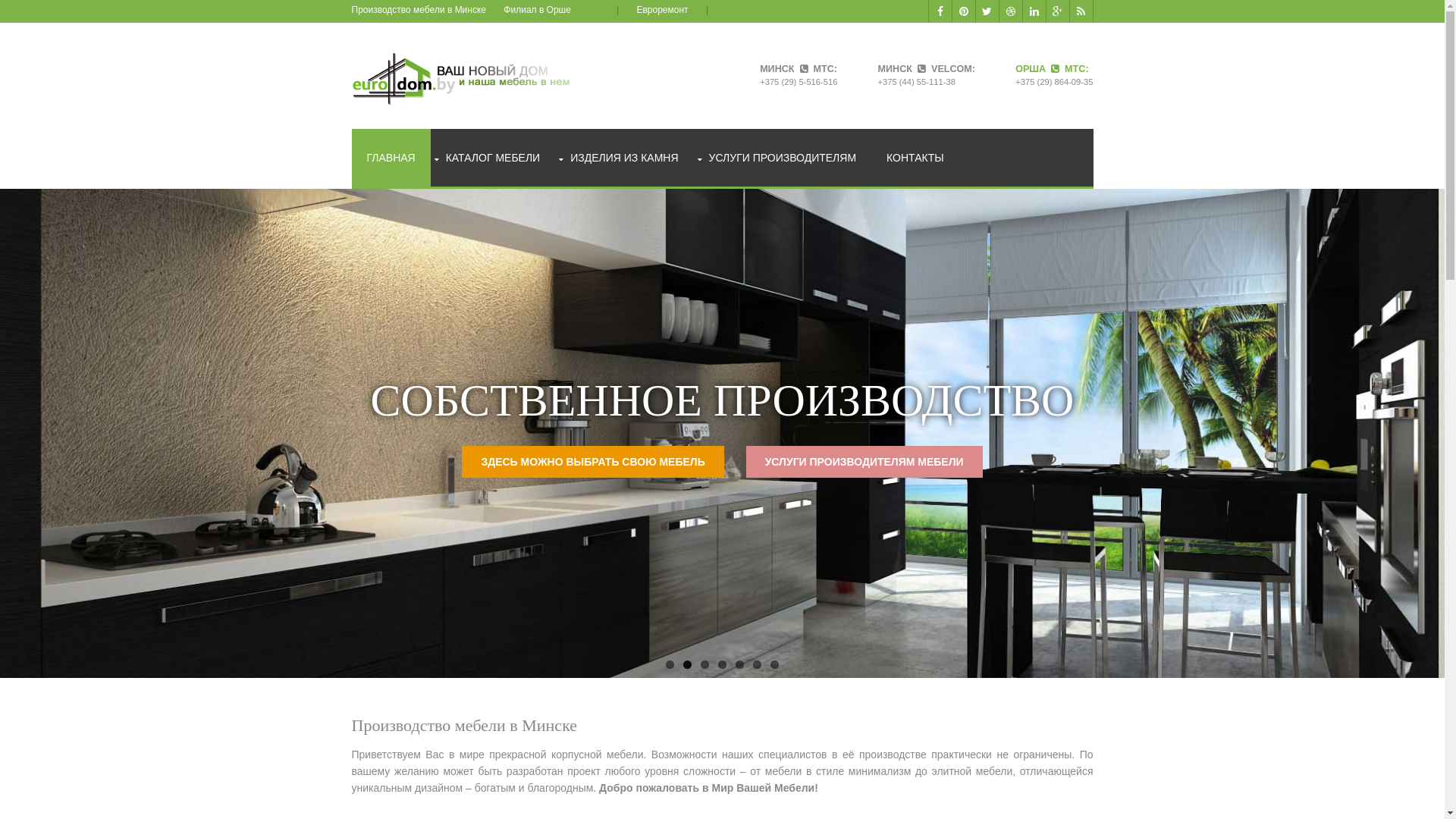 Image resolution: width=1456 pixels, height=819 pixels. I want to click on '2', so click(686, 664).